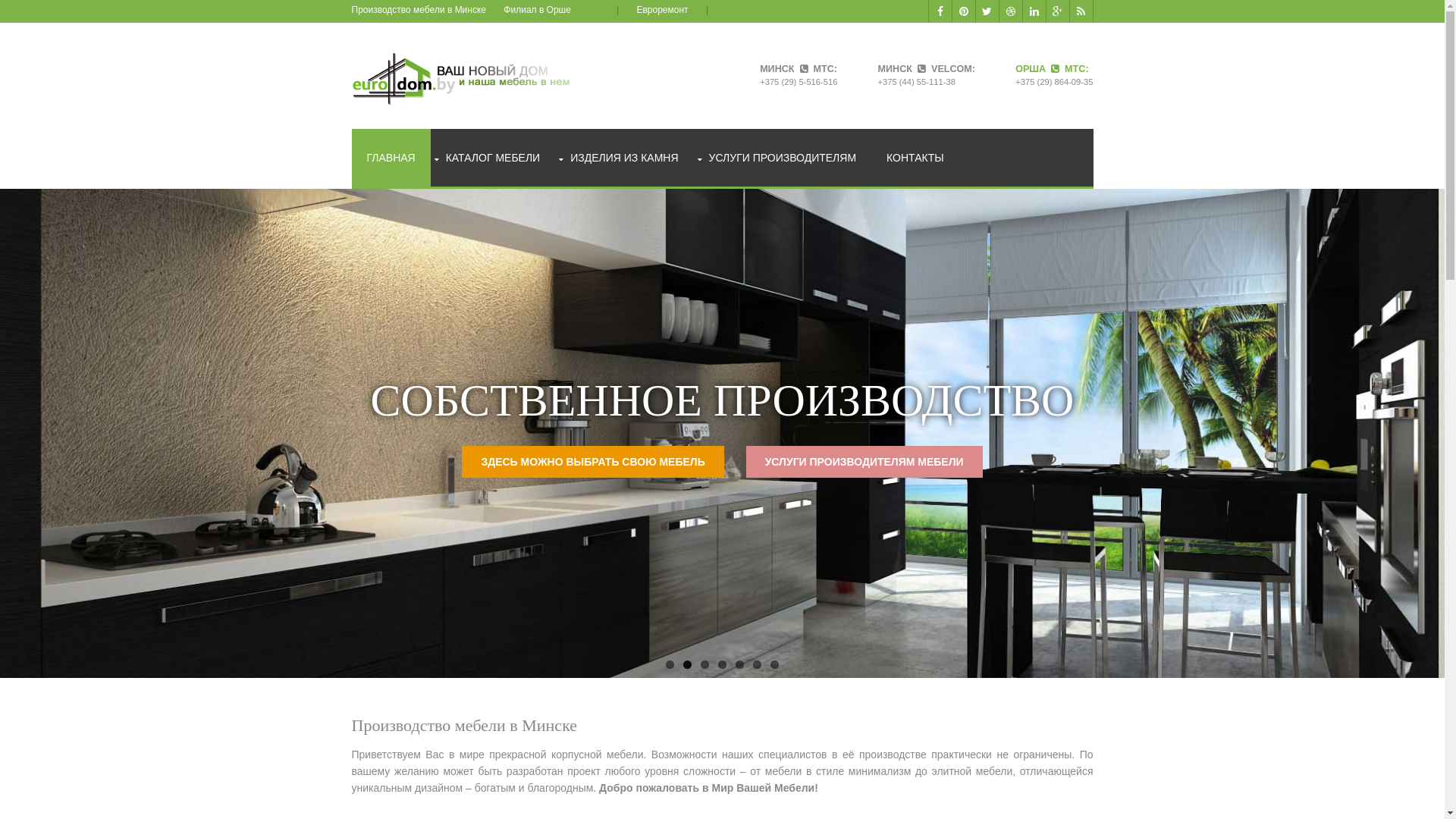 Image resolution: width=1456 pixels, height=819 pixels. I want to click on '2', so click(686, 664).